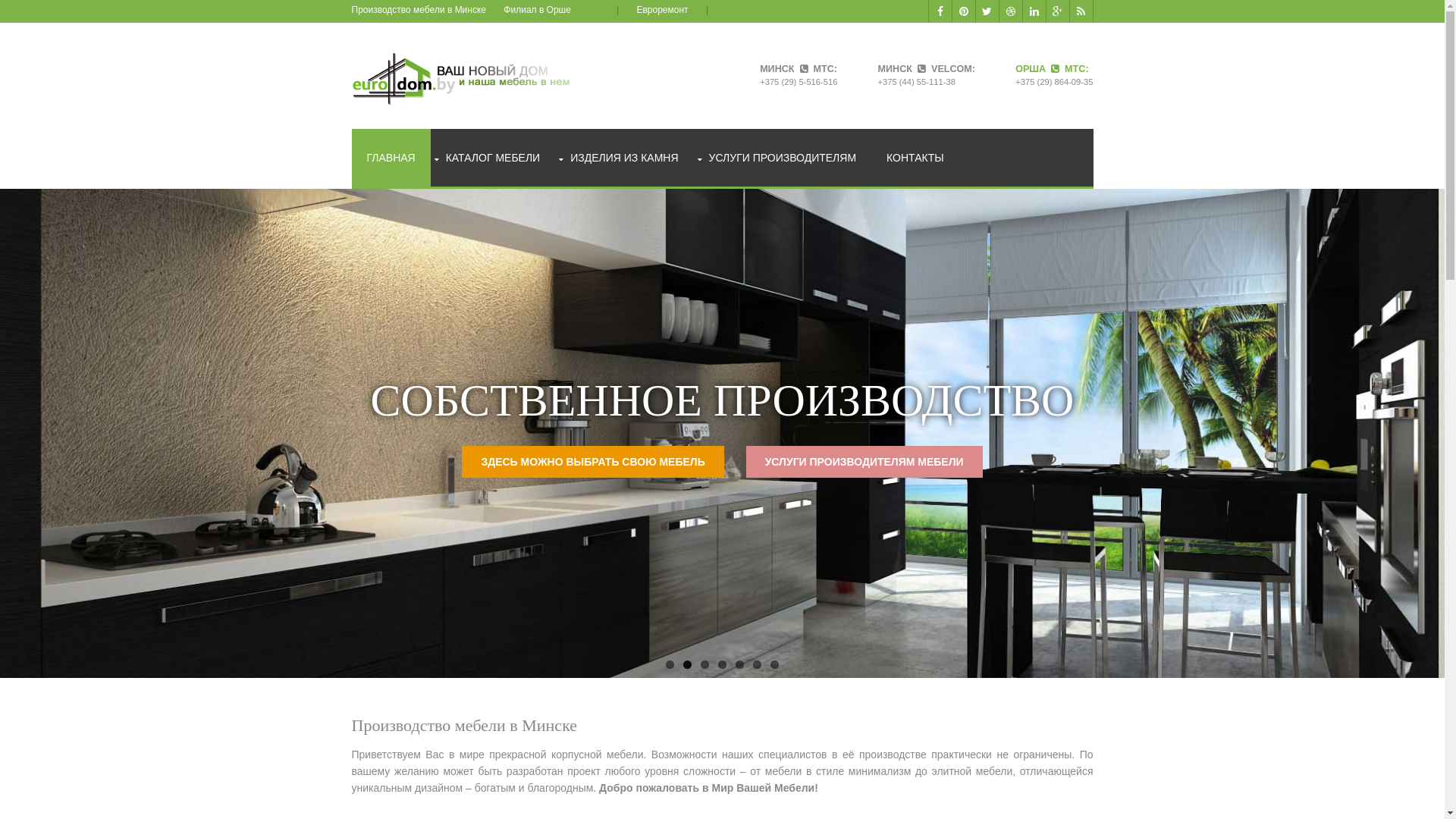 Image resolution: width=1456 pixels, height=819 pixels. I want to click on '2', so click(686, 664).